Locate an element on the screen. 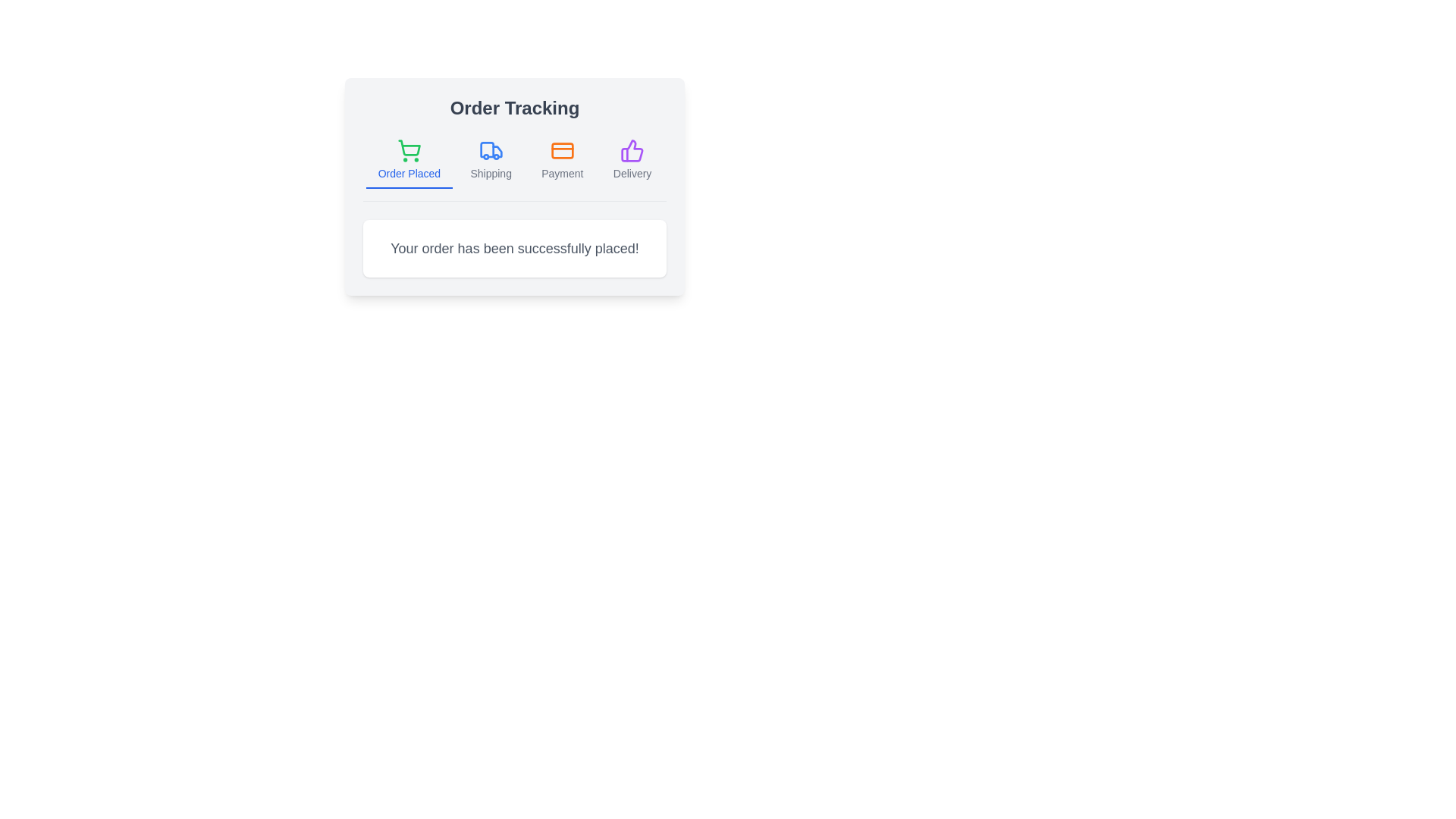 This screenshot has height=819, width=1456. the tab labeled Payment to activate it is located at coordinates (561, 161).